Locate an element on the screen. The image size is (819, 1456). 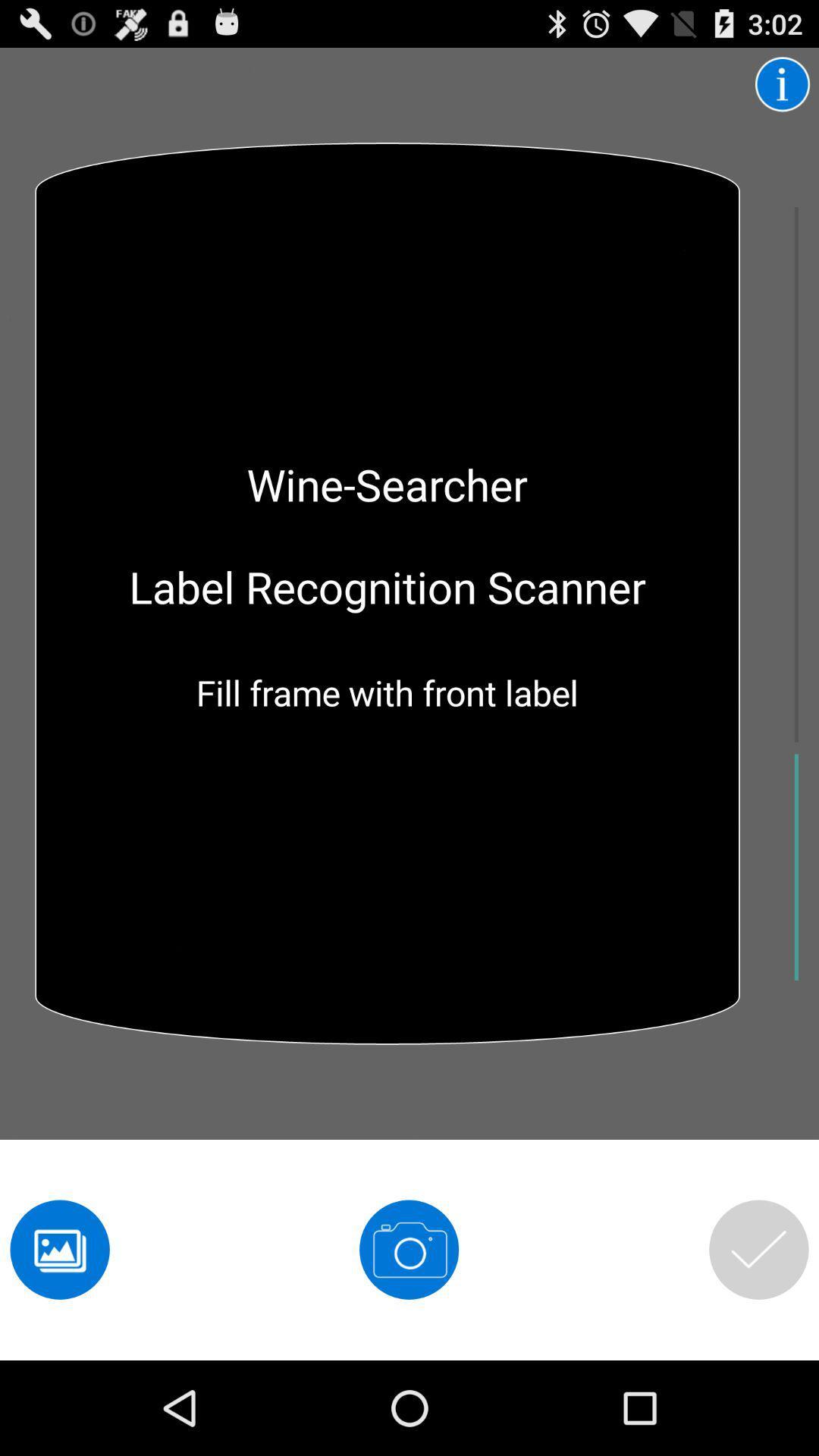
the photo icon is located at coordinates (408, 1337).